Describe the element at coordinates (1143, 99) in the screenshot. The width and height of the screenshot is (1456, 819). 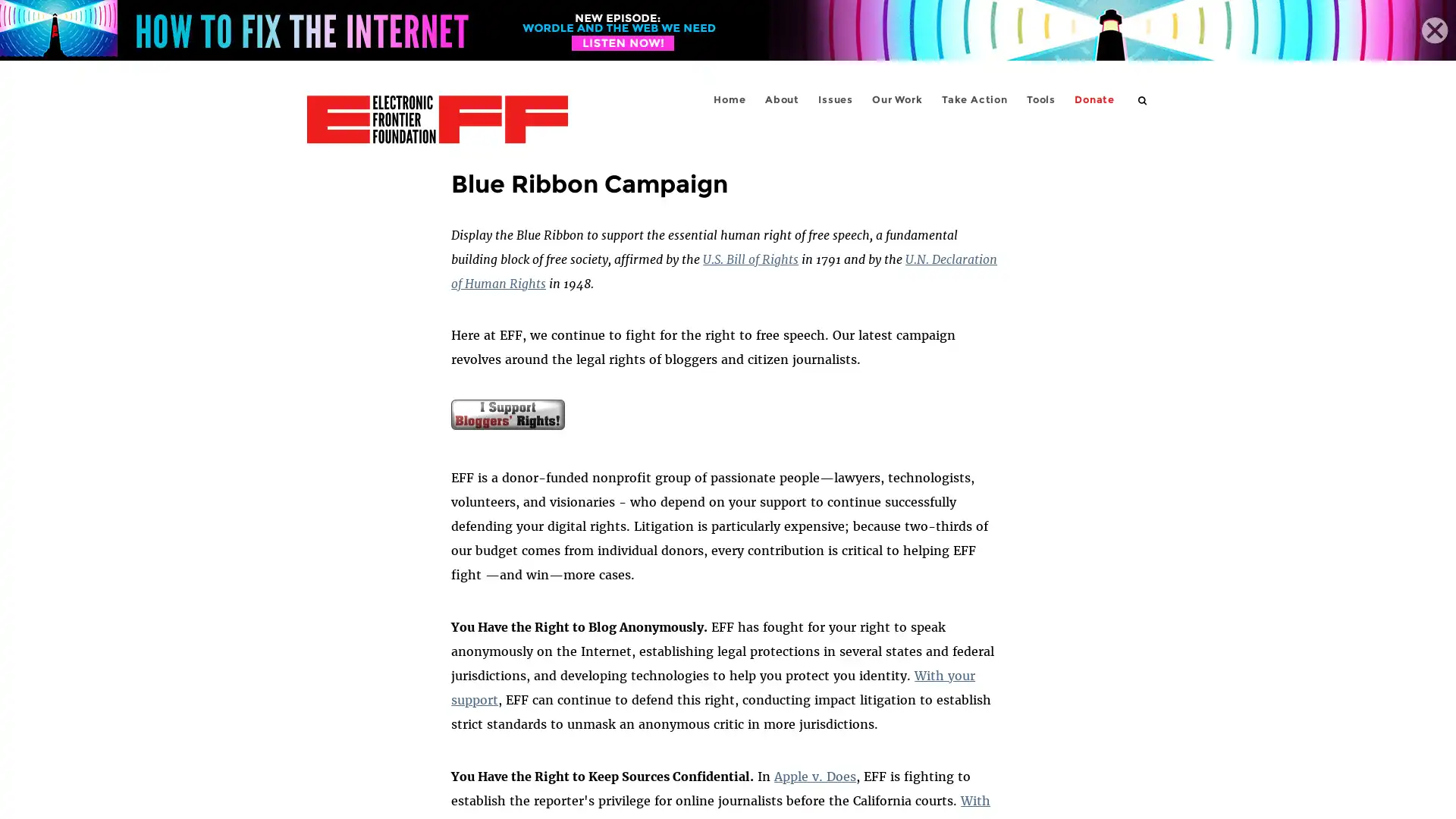
I see `search` at that location.